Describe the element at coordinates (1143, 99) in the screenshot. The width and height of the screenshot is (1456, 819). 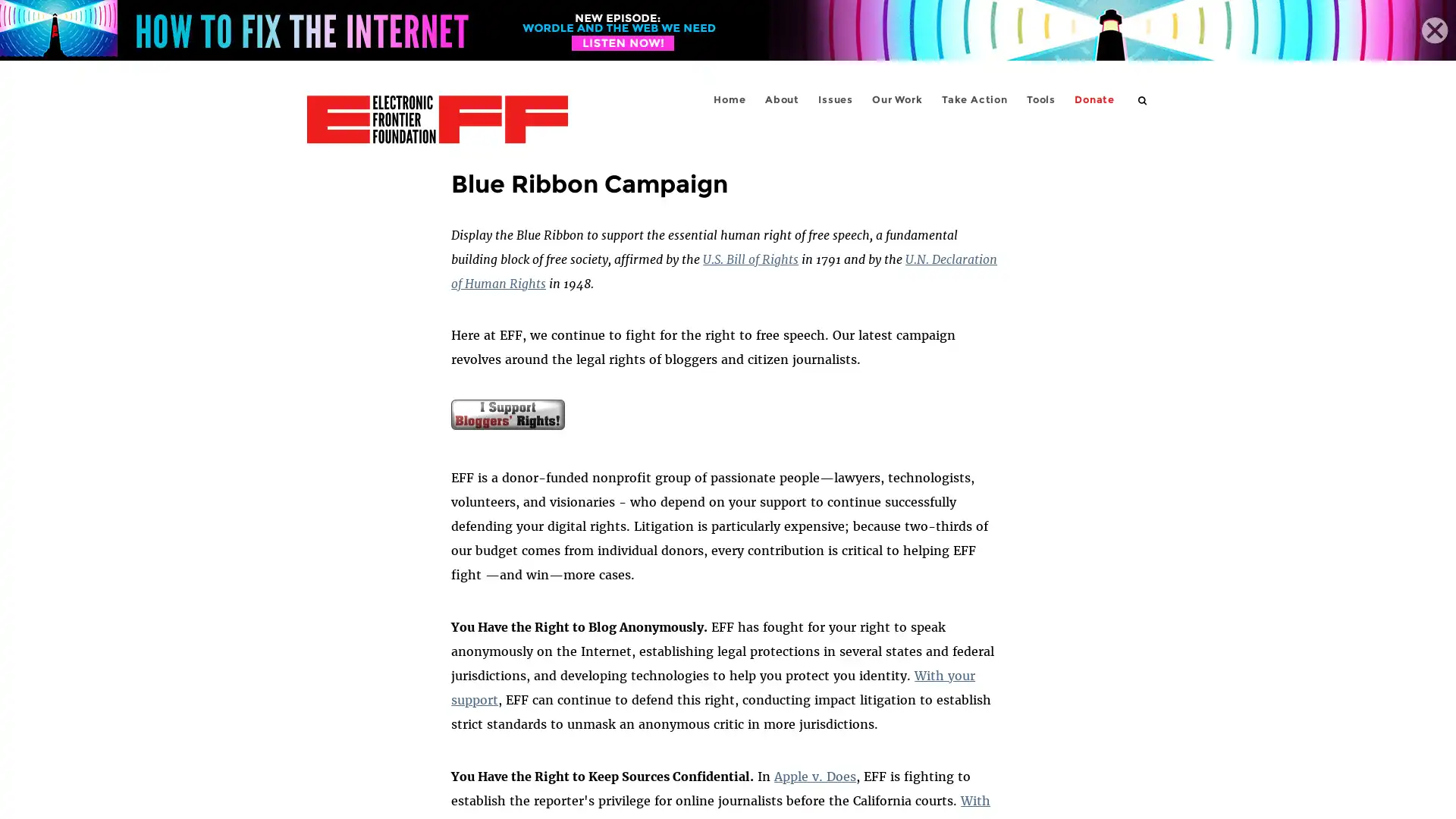
I see `search` at that location.